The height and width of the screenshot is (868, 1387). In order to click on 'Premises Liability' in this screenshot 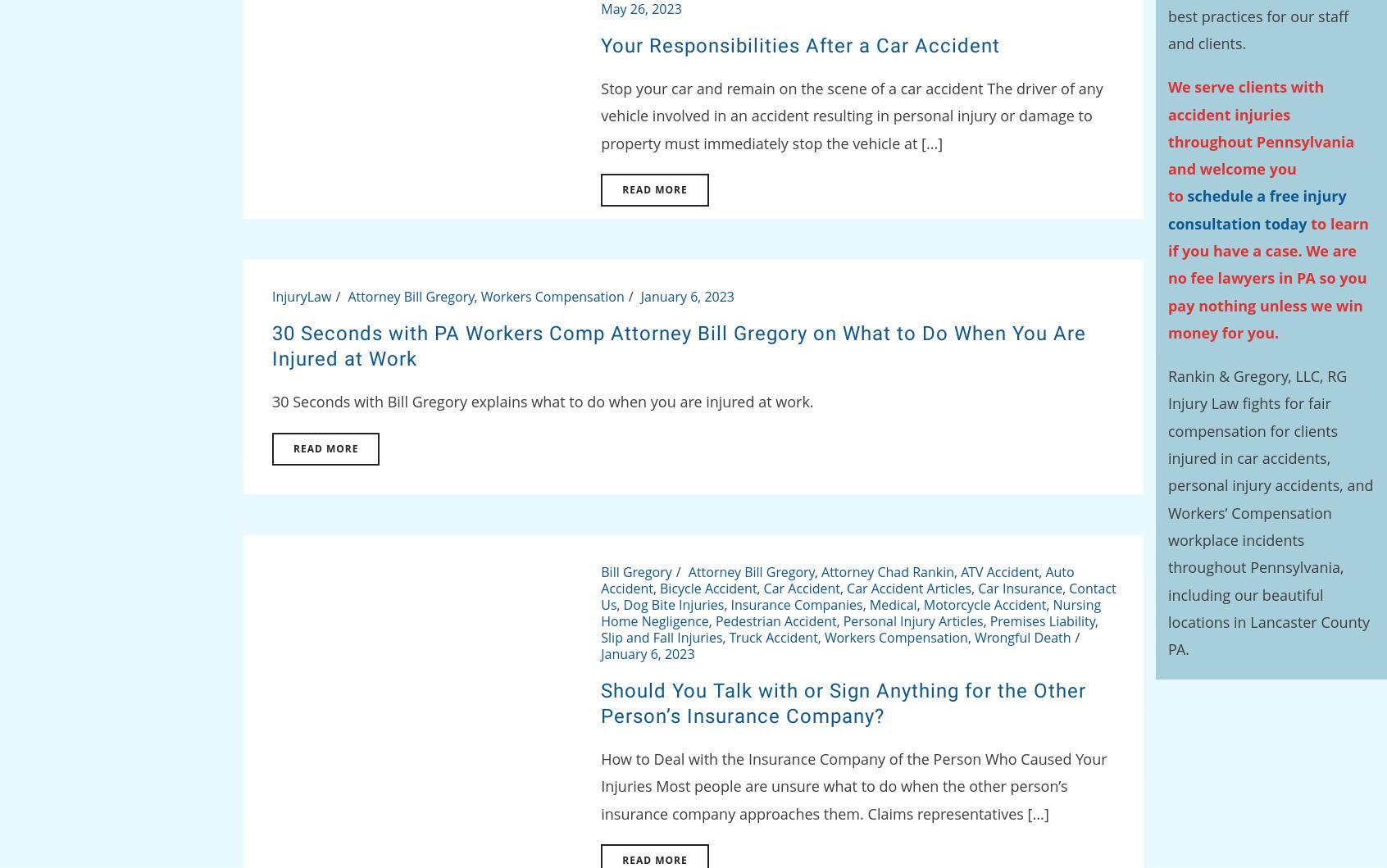, I will do `click(1041, 619)`.